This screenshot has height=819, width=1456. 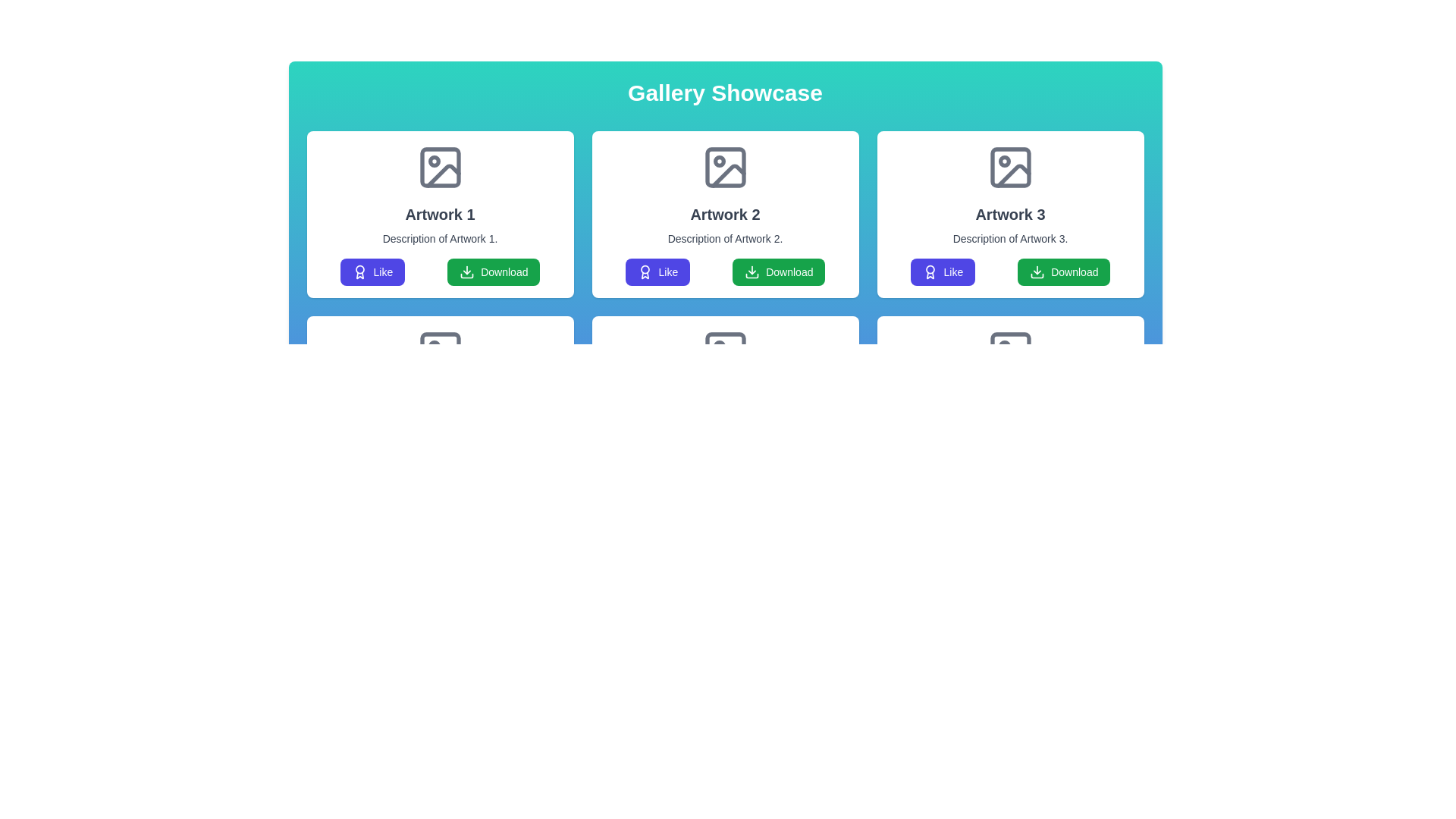 I want to click on text from the Text Label that serves as the title for the artwork displayed in the gallery interface, located at the upper-center area of the card layout, so click(x=439, y=214).